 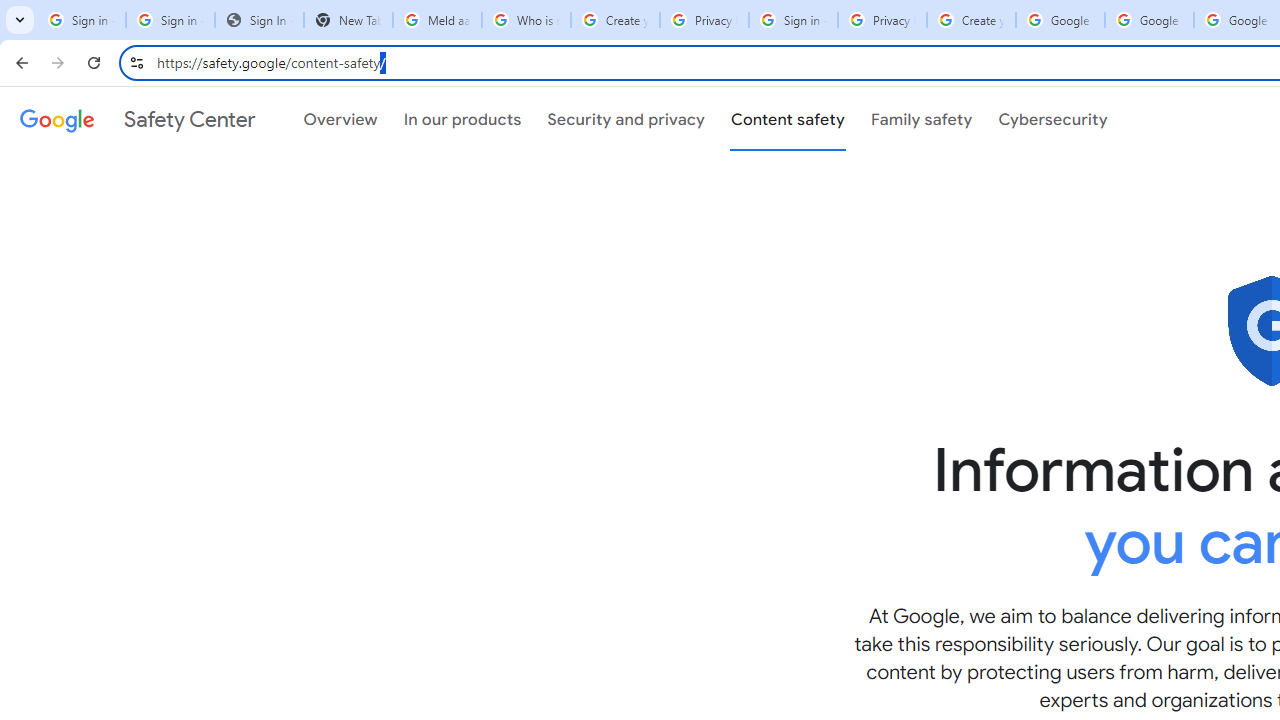 I want to click on 'Reload', so click(x=93, y=61).